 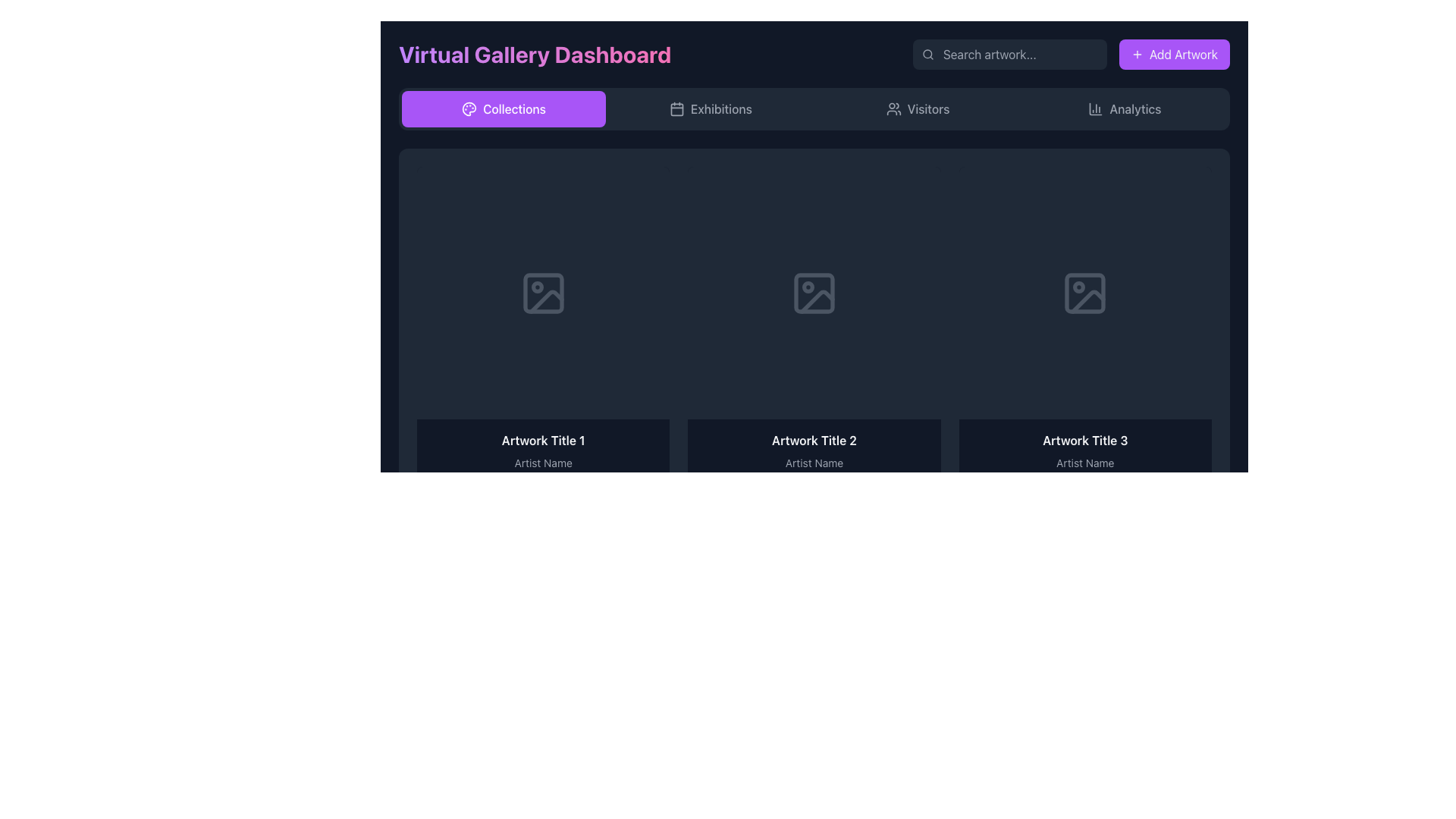 I want to click on the small circular button with a purple background and an eye-like icon, located in the third column of the topmost row of the grid layout of artworks, so click(x=1065, y=293).